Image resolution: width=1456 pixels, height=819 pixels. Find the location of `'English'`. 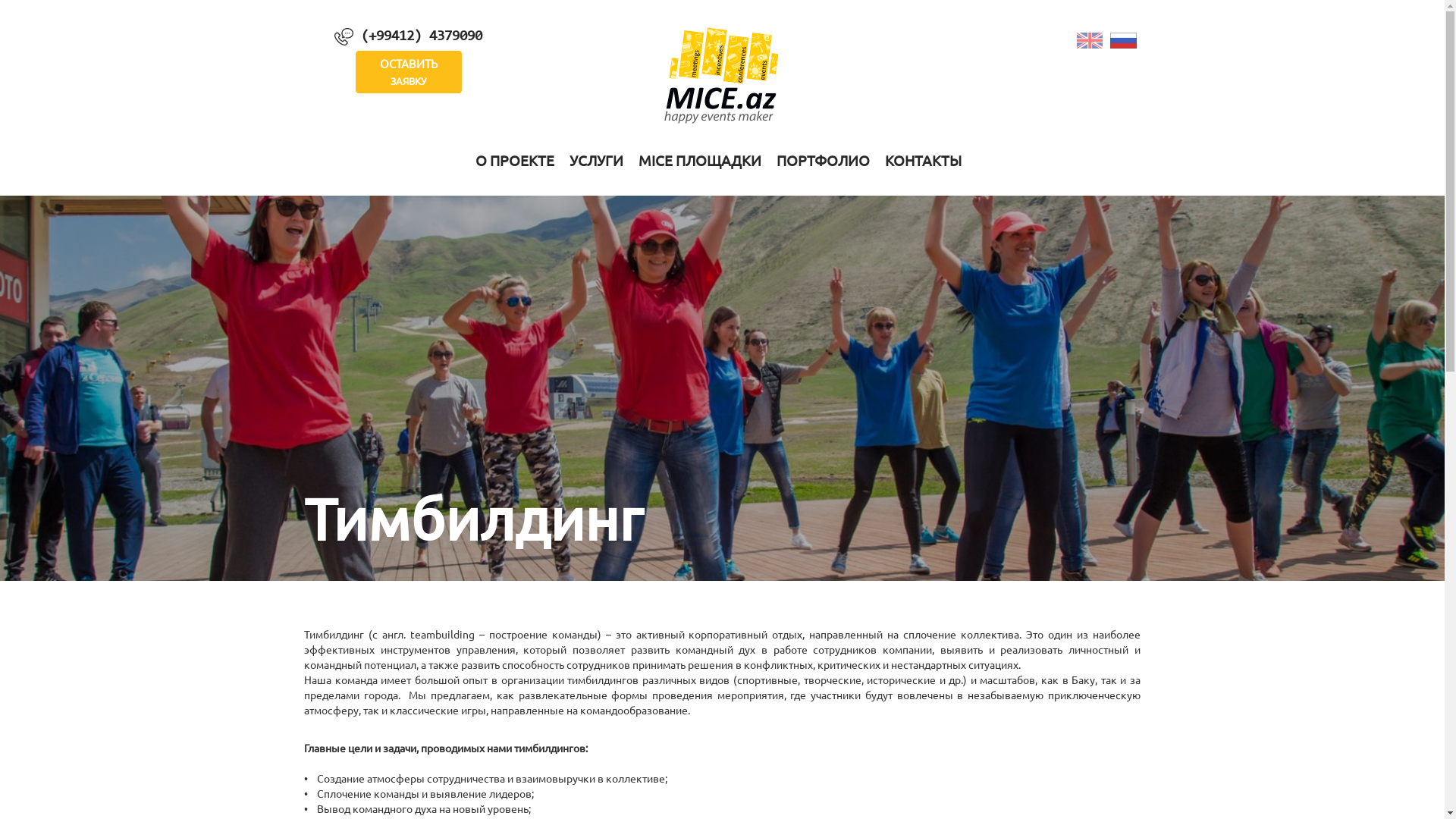

'English' is located at coordinates (1089, 37).